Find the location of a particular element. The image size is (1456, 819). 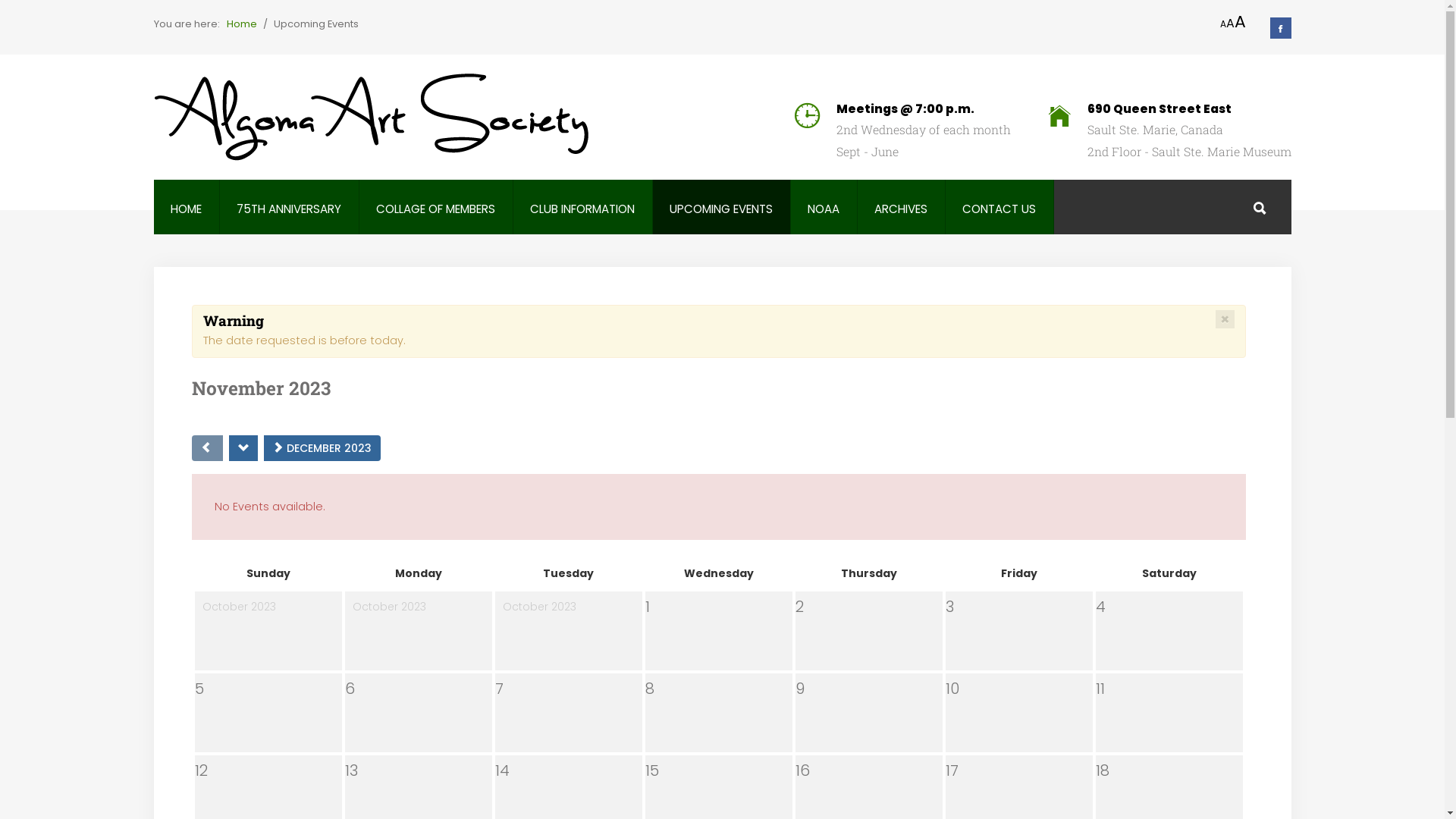

'CLUB INFORMATION' is located at coordinates (582, 209).